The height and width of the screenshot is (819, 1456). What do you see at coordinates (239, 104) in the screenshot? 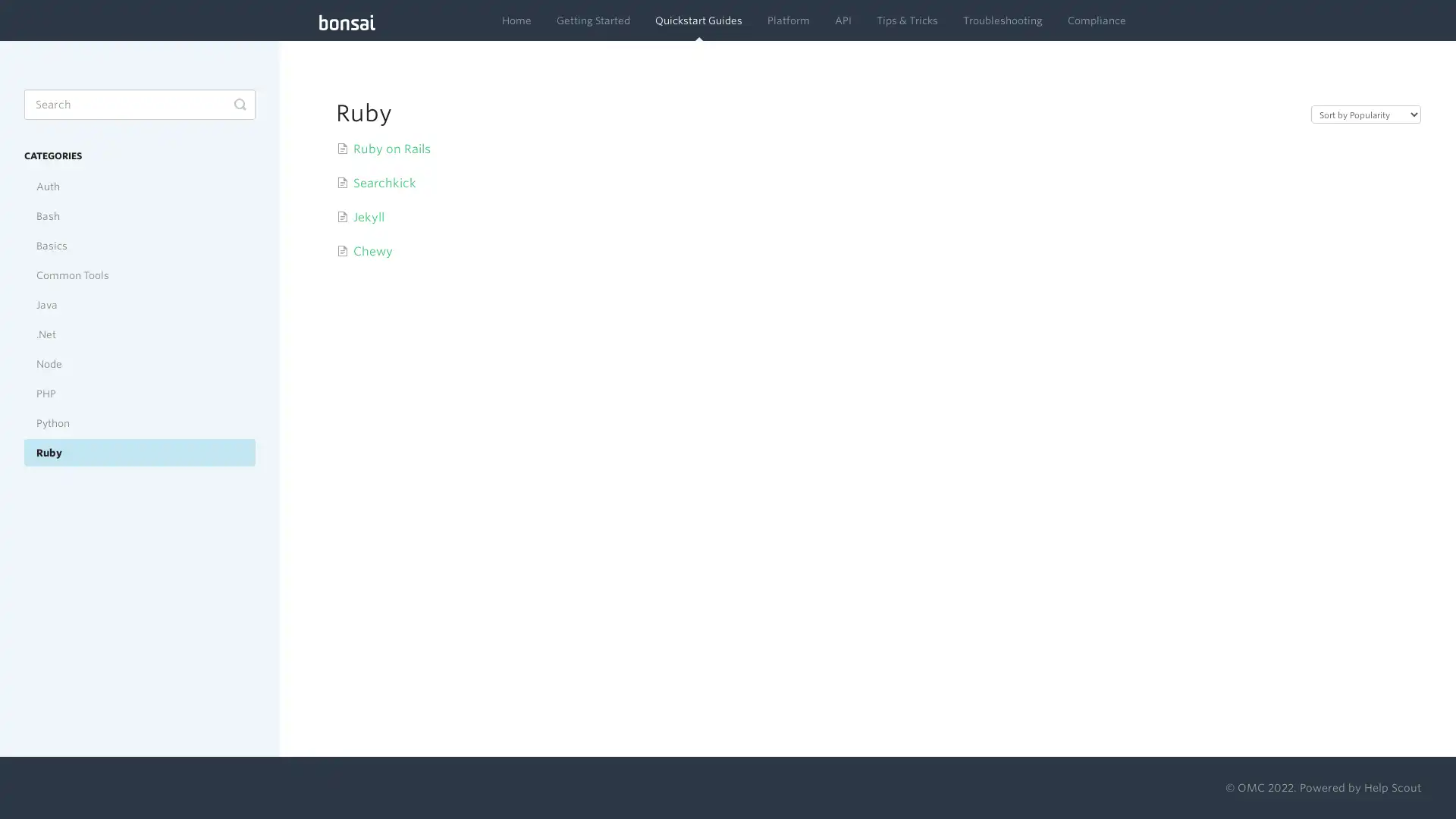
I see `Toggle Search` at bounding box center [239, 104].